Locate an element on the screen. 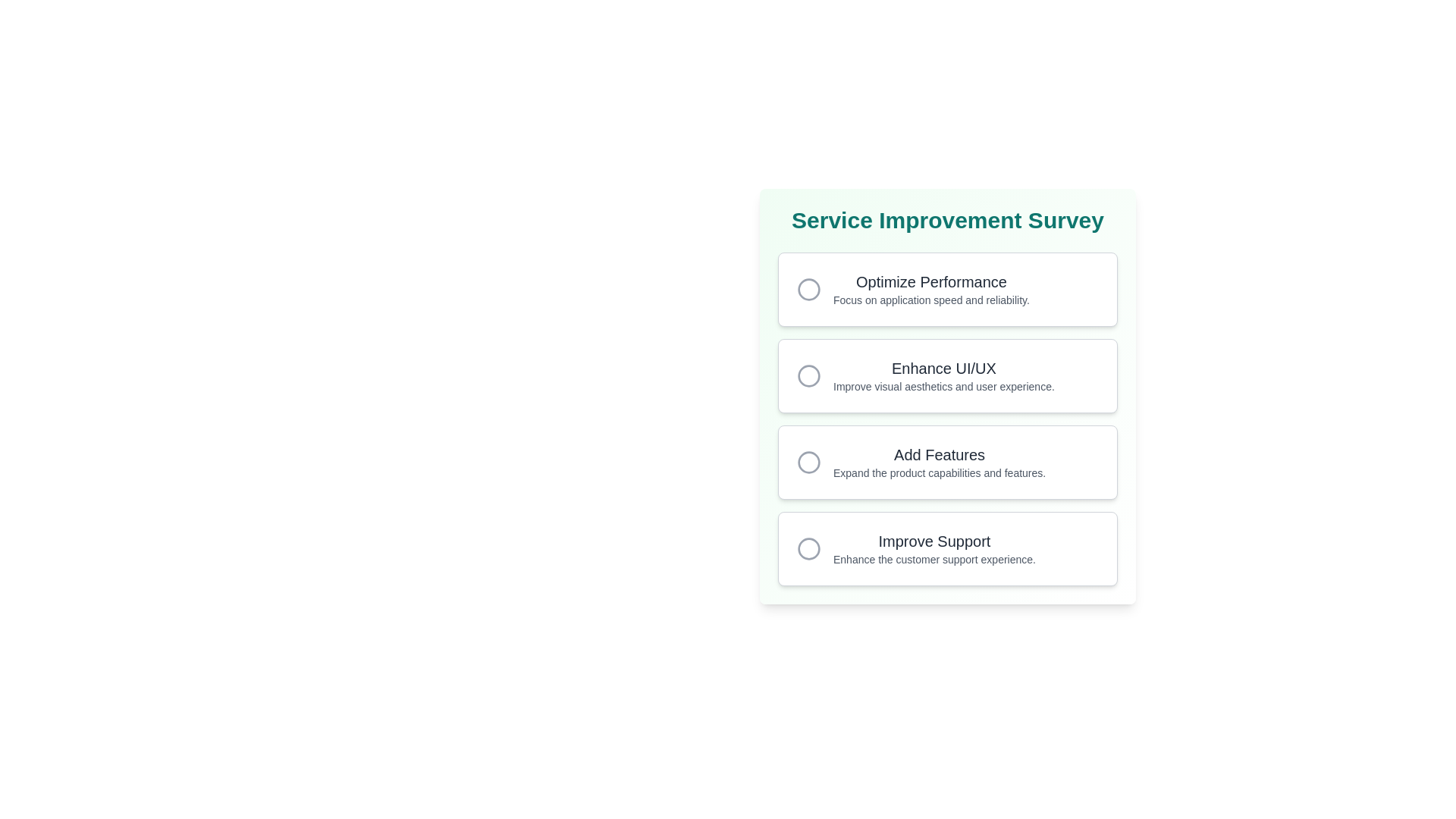  the second option titled 'Enhance UI/UX' in the 'Service Improvement Survey' is located at coordinates (946, 419).